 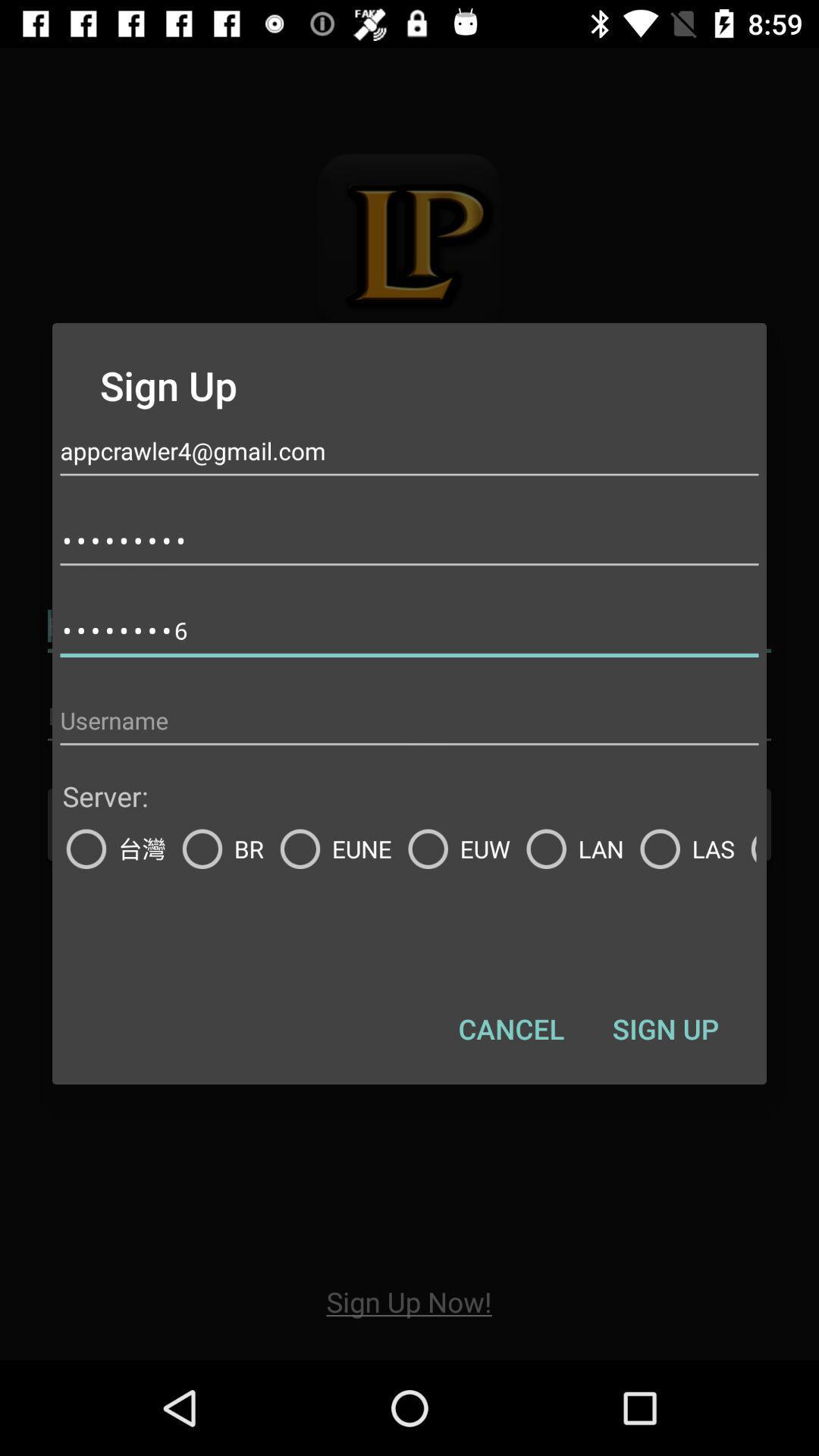 I want to click on name, so click(x=409, y=720).